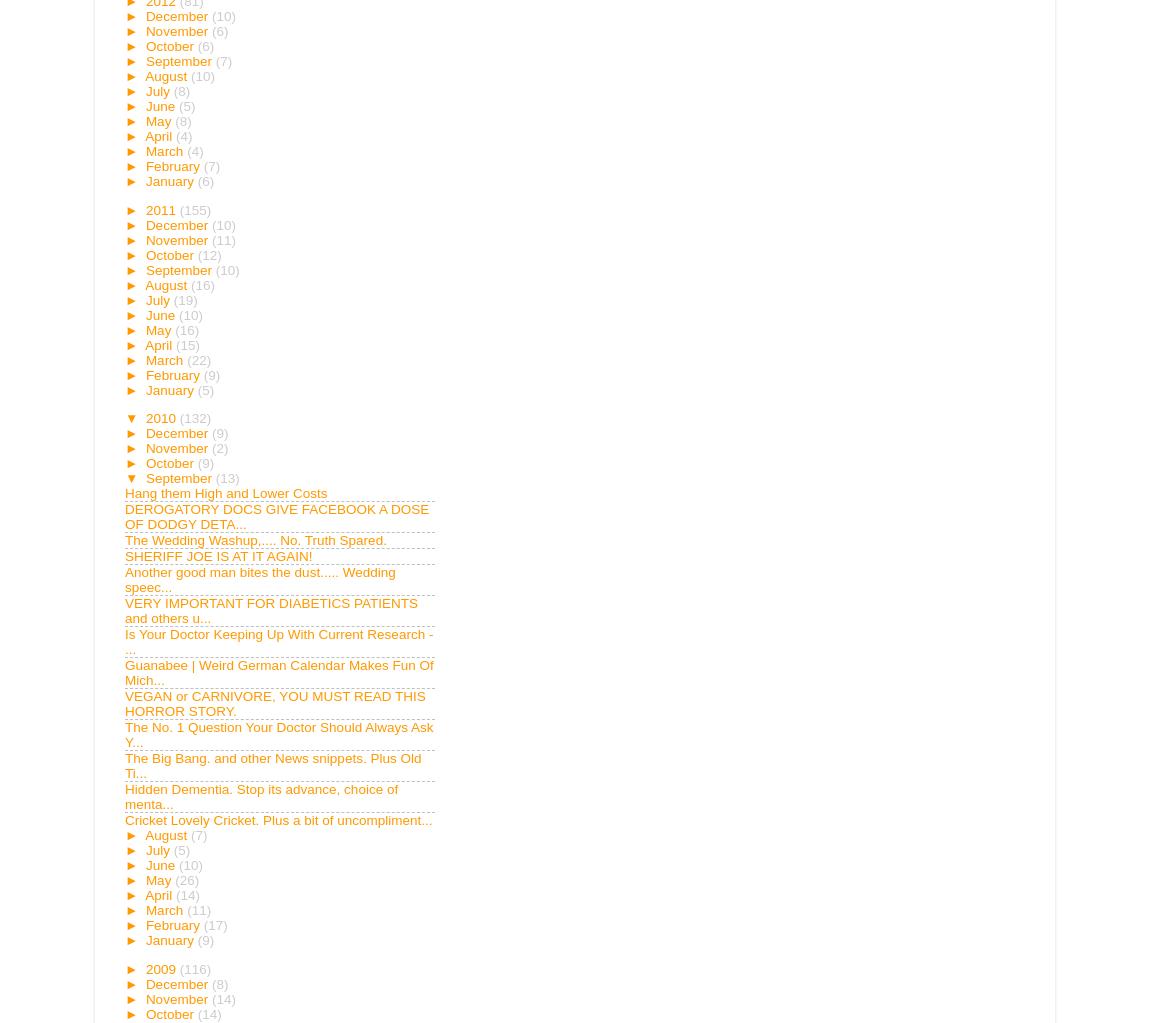 This screenshot has width=1150, height=1023. I want to click on 'VEGAN or CARNIVORE, YOU MUST READ THIS HORROR STORY.', so click(273, 703).